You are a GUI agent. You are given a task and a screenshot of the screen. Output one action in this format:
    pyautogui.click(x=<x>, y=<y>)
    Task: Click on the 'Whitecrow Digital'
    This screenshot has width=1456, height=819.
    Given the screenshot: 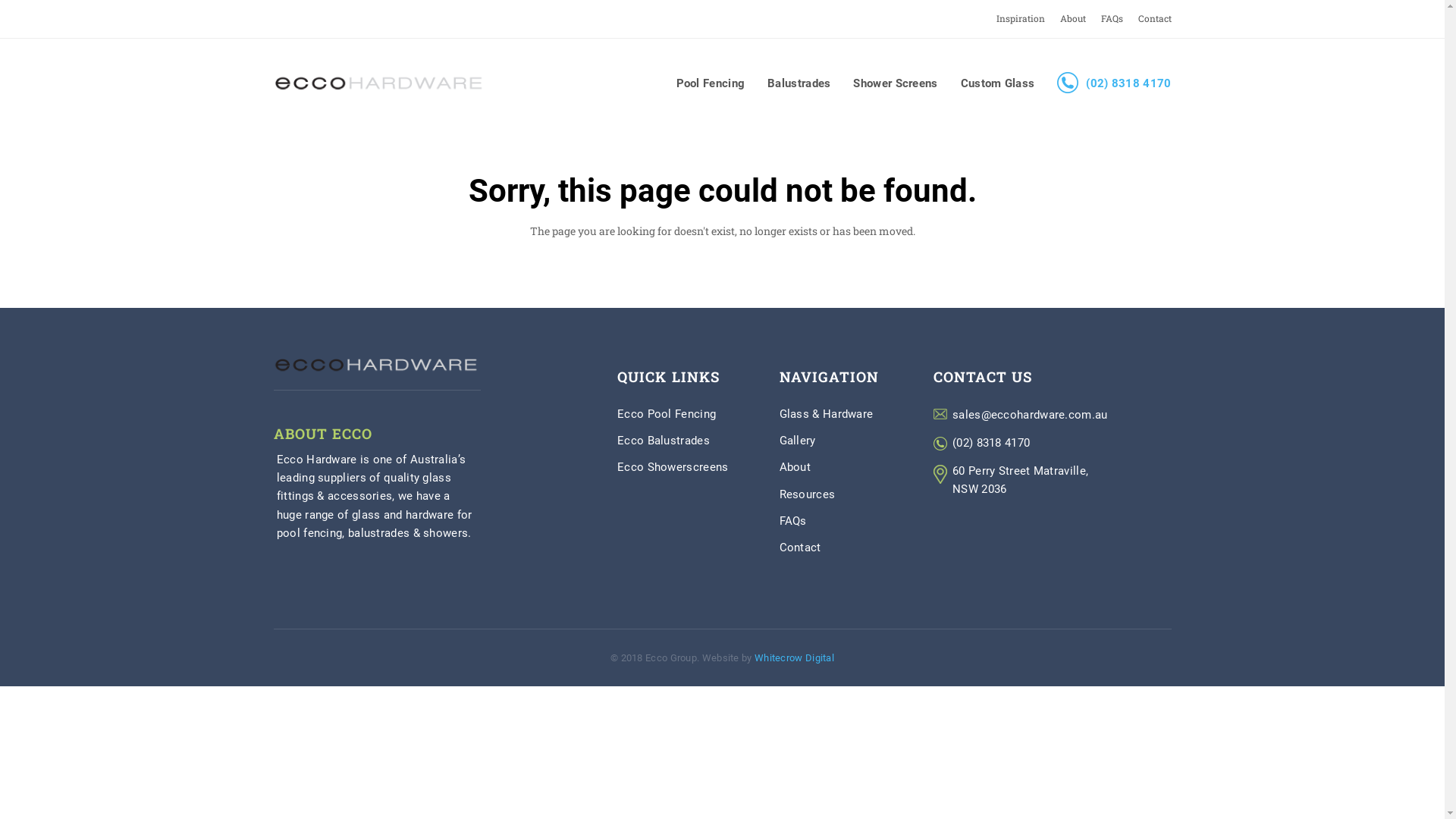 What is the action you would take?
    pyautogui.click(x=793, y=657)
    